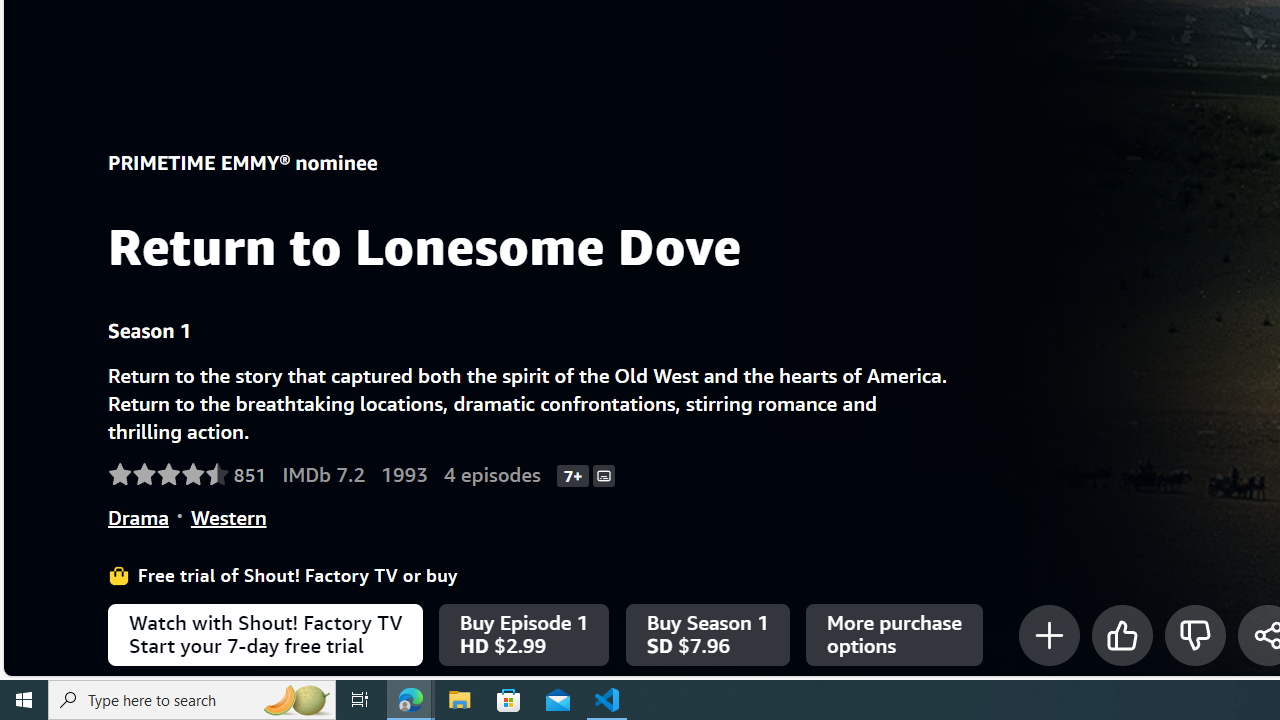  Describe the element at coordinates (1194, 635) in the screenshot. I see `'Not for me'` at that location.